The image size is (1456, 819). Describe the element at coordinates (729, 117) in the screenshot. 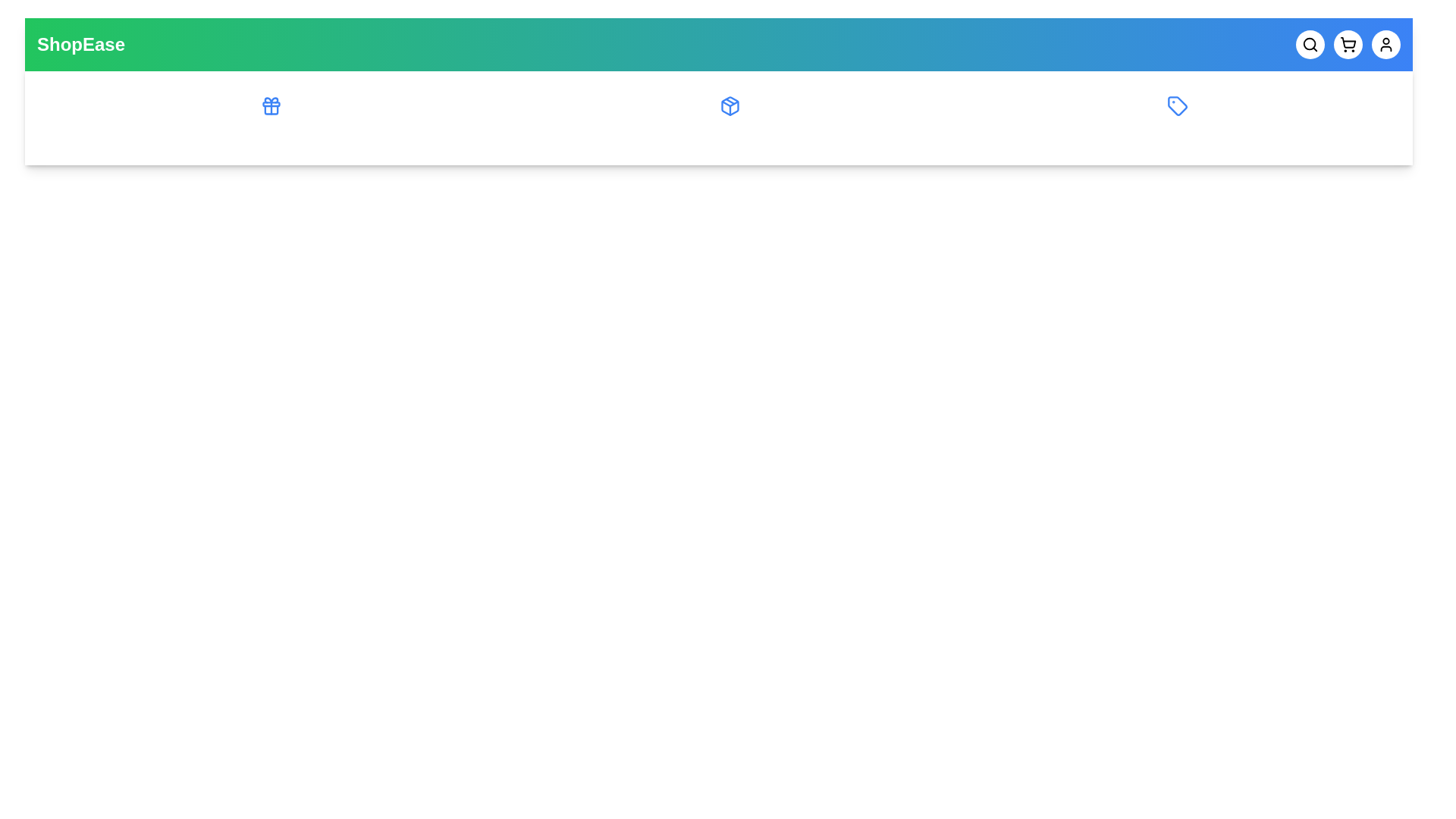

I see `the 'New Arrivals' button to explore newly added products` at that location.